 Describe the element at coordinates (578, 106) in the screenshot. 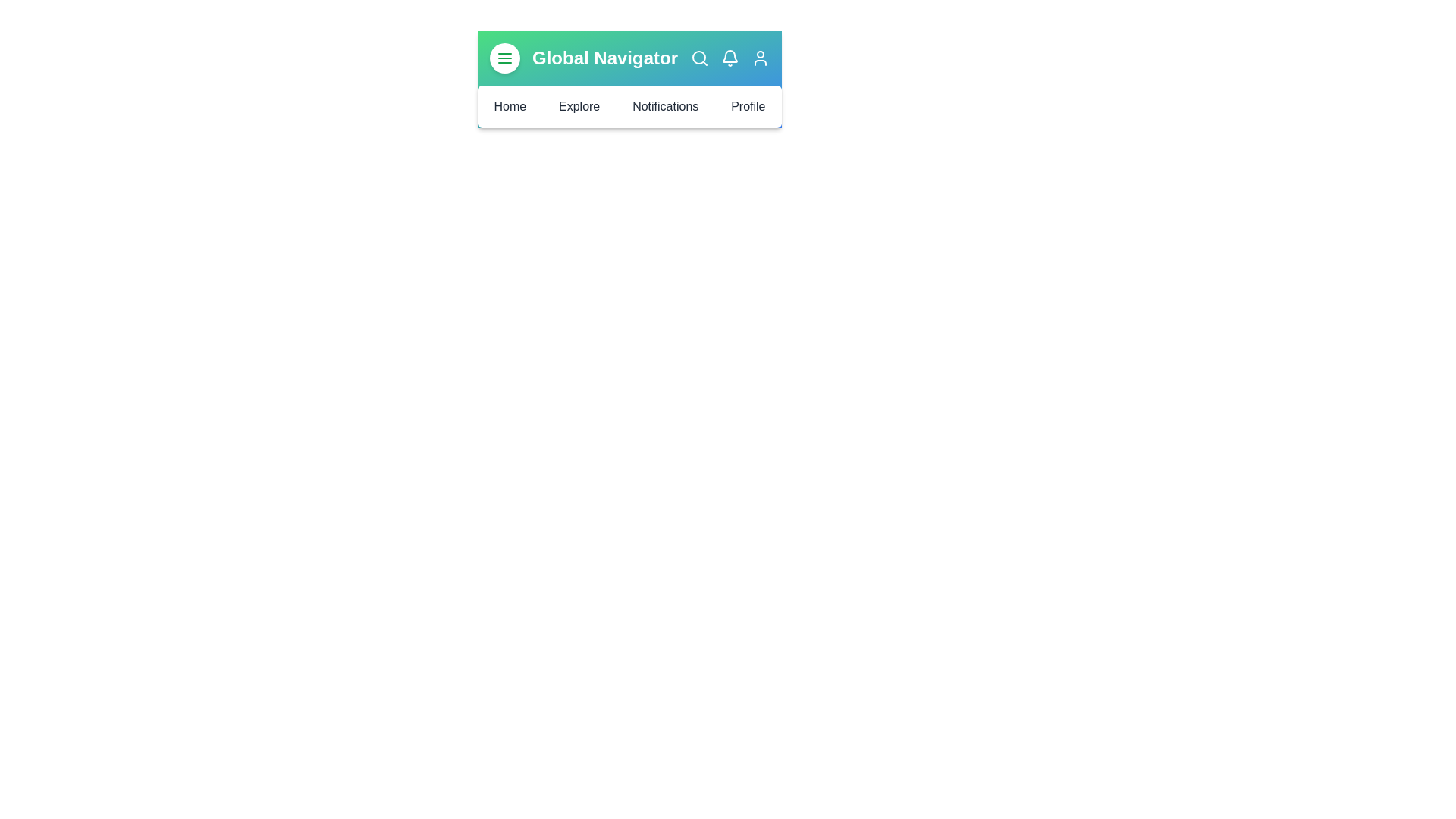

I see `the menu item Explore to preview its interactive state` at that location.